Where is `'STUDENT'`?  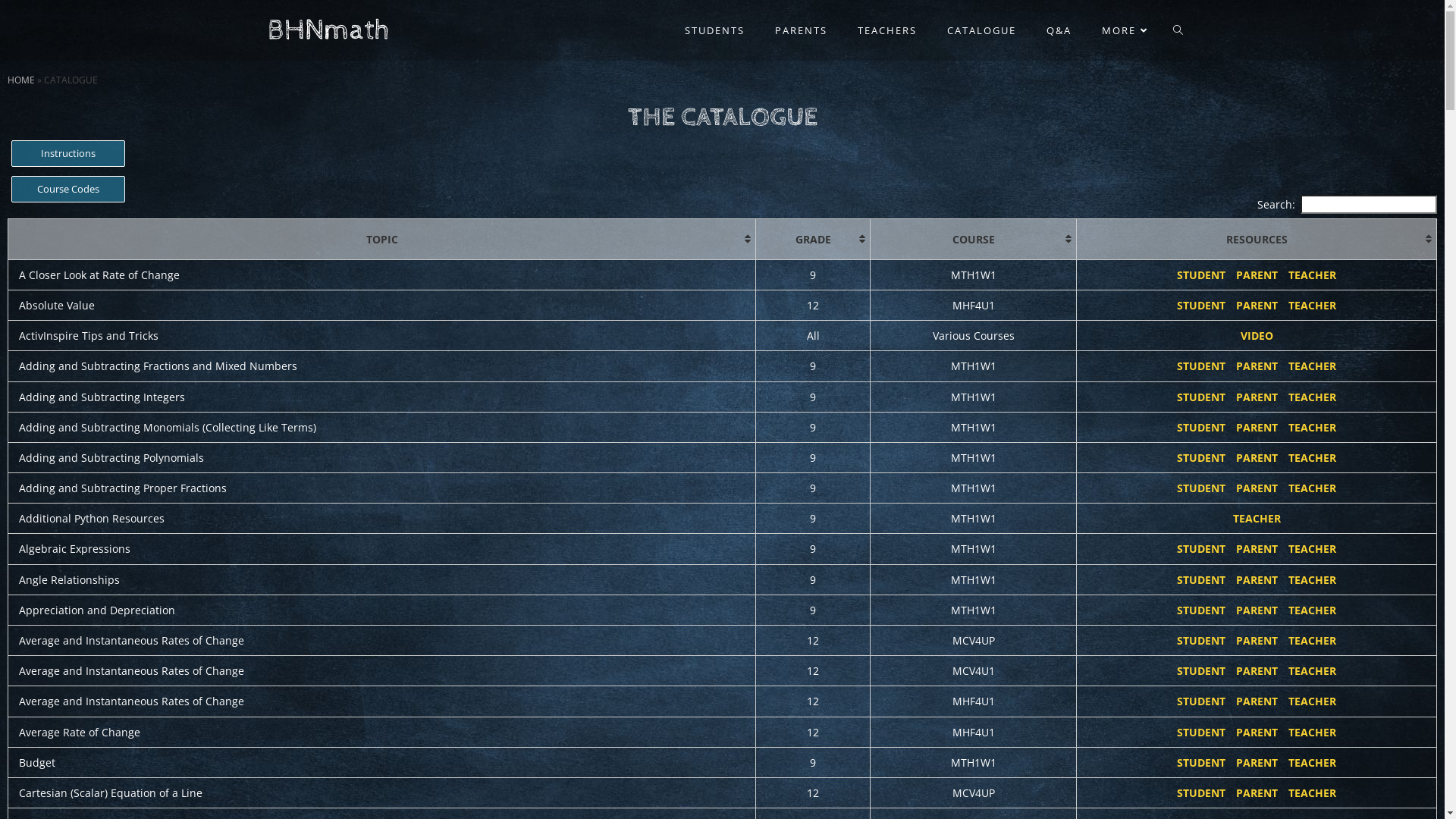
'STUDENT' is located at coordinates (1175, 275).